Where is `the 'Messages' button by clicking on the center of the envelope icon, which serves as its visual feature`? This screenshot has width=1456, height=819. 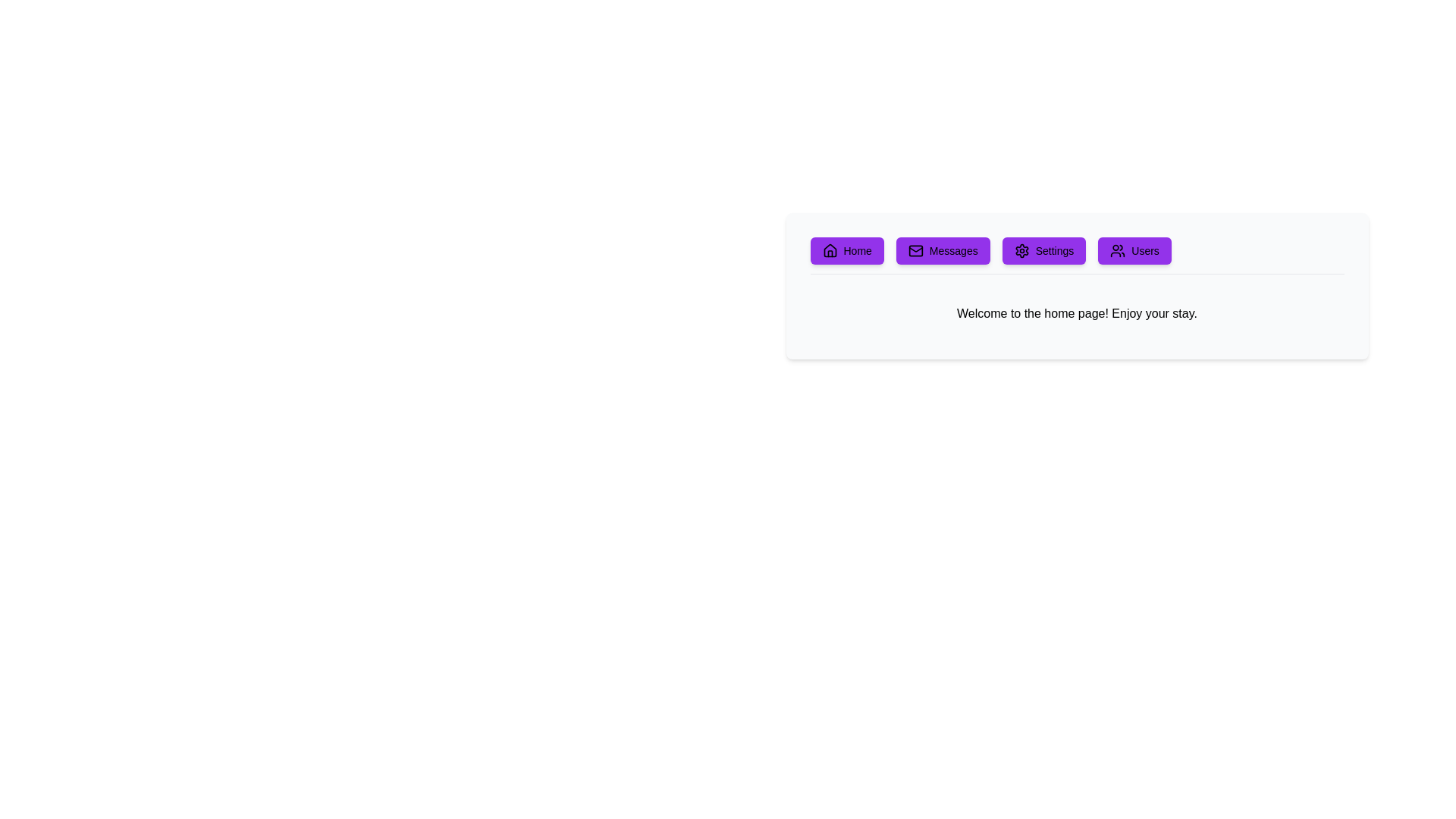
the 'Messages' button by clicking on the center of the envelope icon, which serves as its visual feature is located at coordinates (915, 249).